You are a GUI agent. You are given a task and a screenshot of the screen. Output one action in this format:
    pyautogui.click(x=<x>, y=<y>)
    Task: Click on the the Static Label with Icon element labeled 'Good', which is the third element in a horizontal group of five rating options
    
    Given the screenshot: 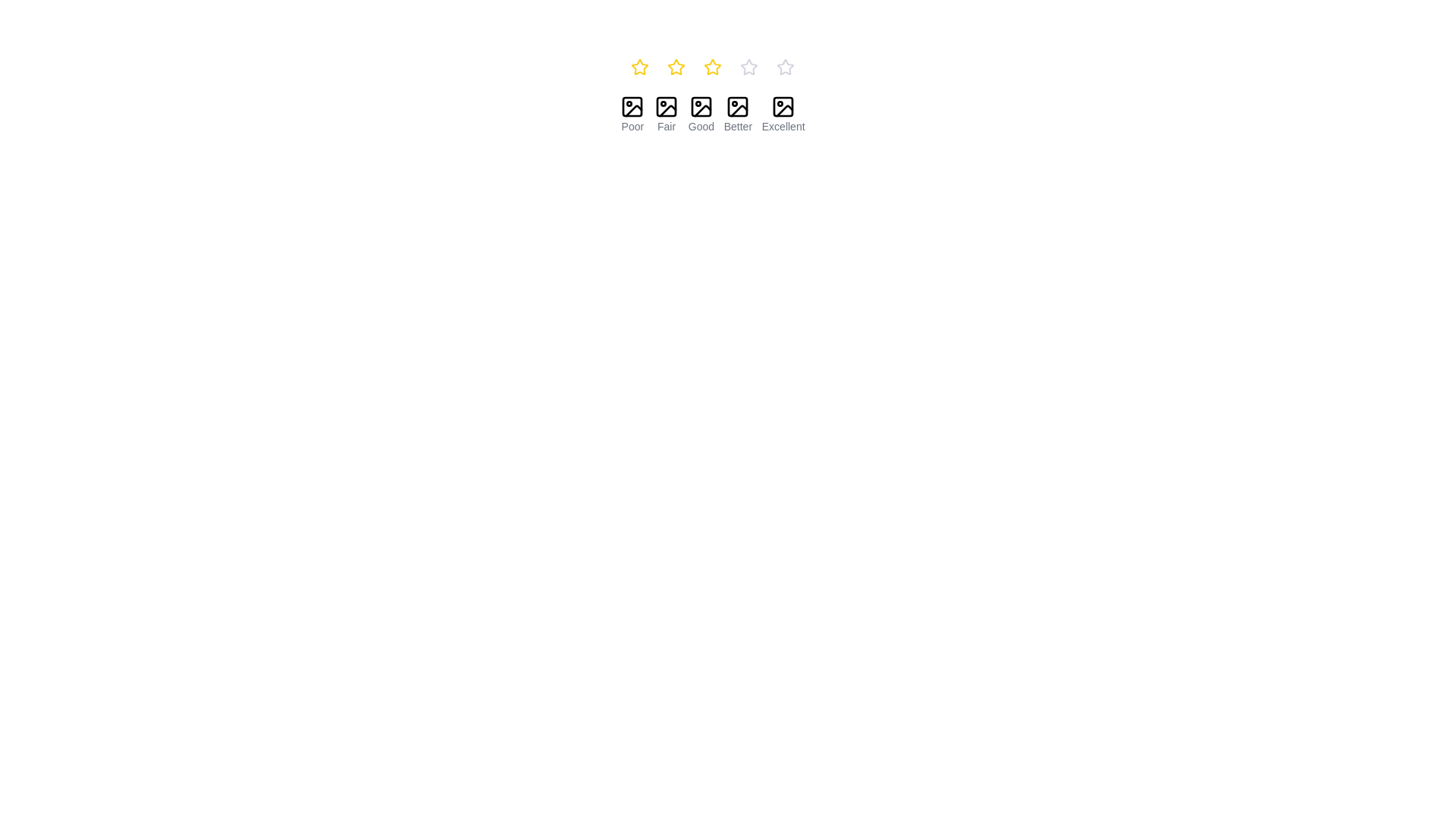 What is the action you would take?
    pyautogui.click(x=700, y=113)
    